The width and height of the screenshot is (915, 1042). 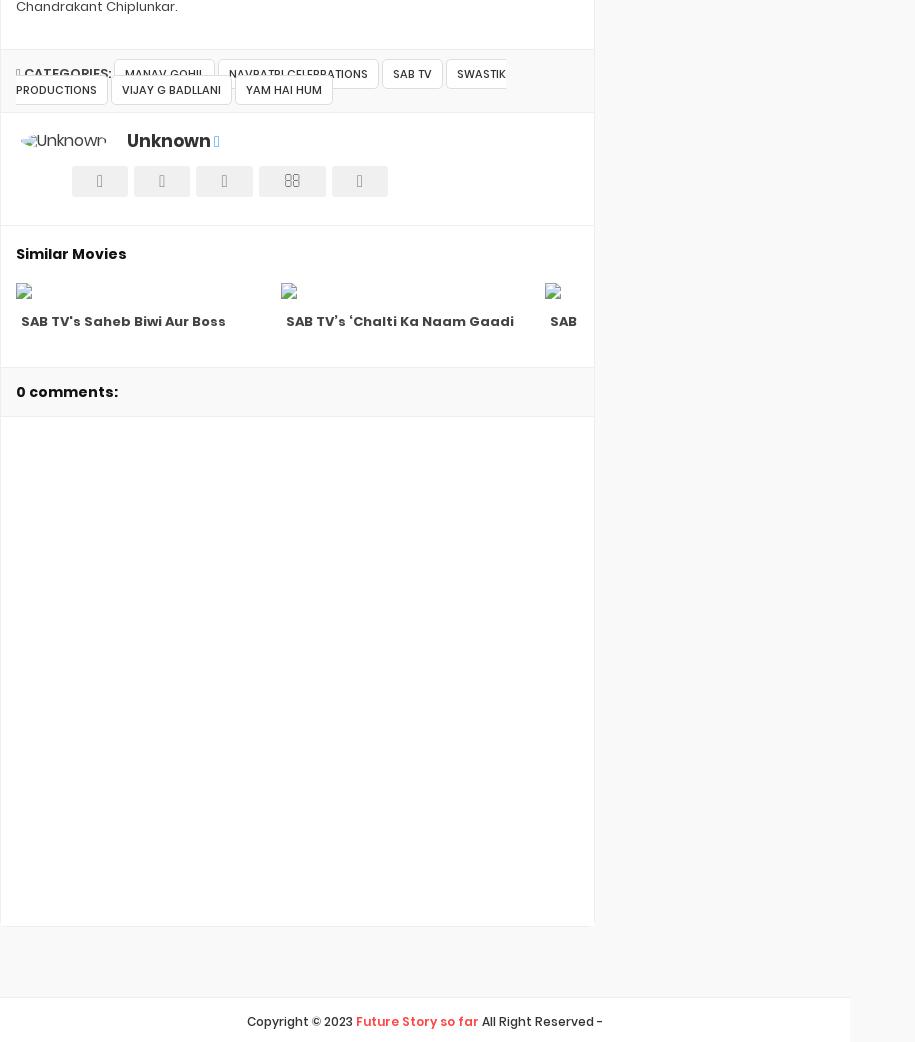 I want to click on 'Navratri celebrations', so click(x=296, y=72).